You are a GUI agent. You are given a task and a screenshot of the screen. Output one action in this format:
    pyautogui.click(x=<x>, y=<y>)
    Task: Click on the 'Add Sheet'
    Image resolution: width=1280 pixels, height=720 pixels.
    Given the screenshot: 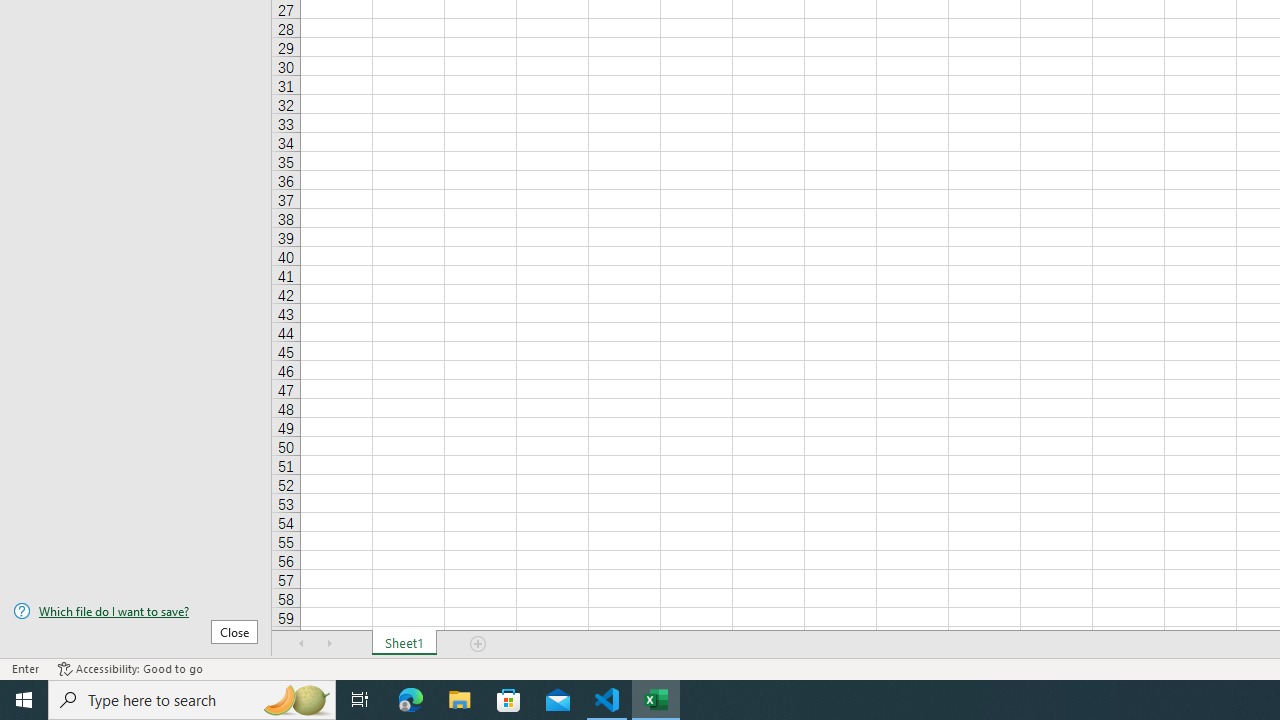 What is the action you would take?
    pyautogui.click(x=477, y=644)
    